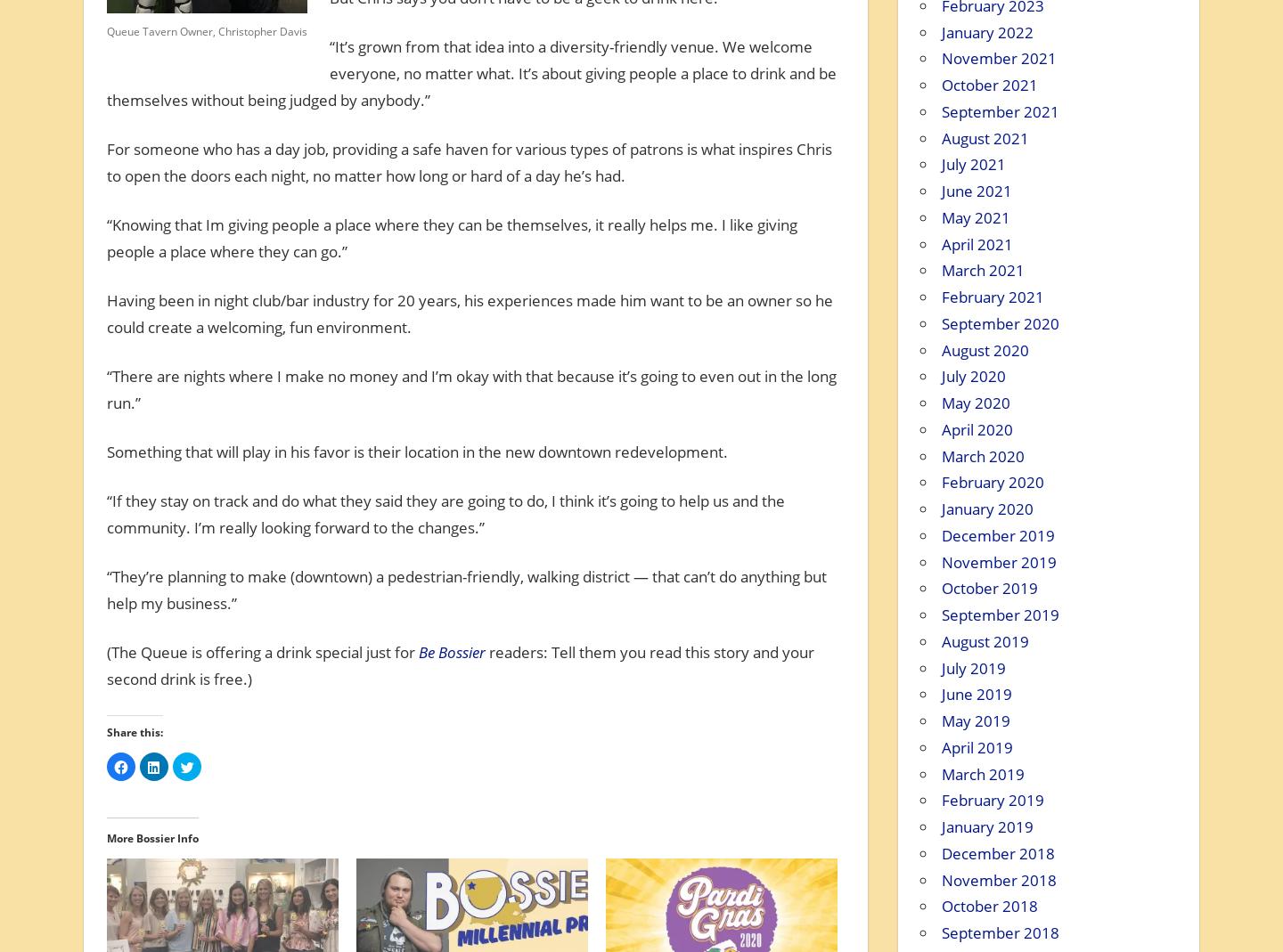 Image resolution: width=1283 pixels, height=952 pixels. I want to click on 'November 2019', so click(941, 561).